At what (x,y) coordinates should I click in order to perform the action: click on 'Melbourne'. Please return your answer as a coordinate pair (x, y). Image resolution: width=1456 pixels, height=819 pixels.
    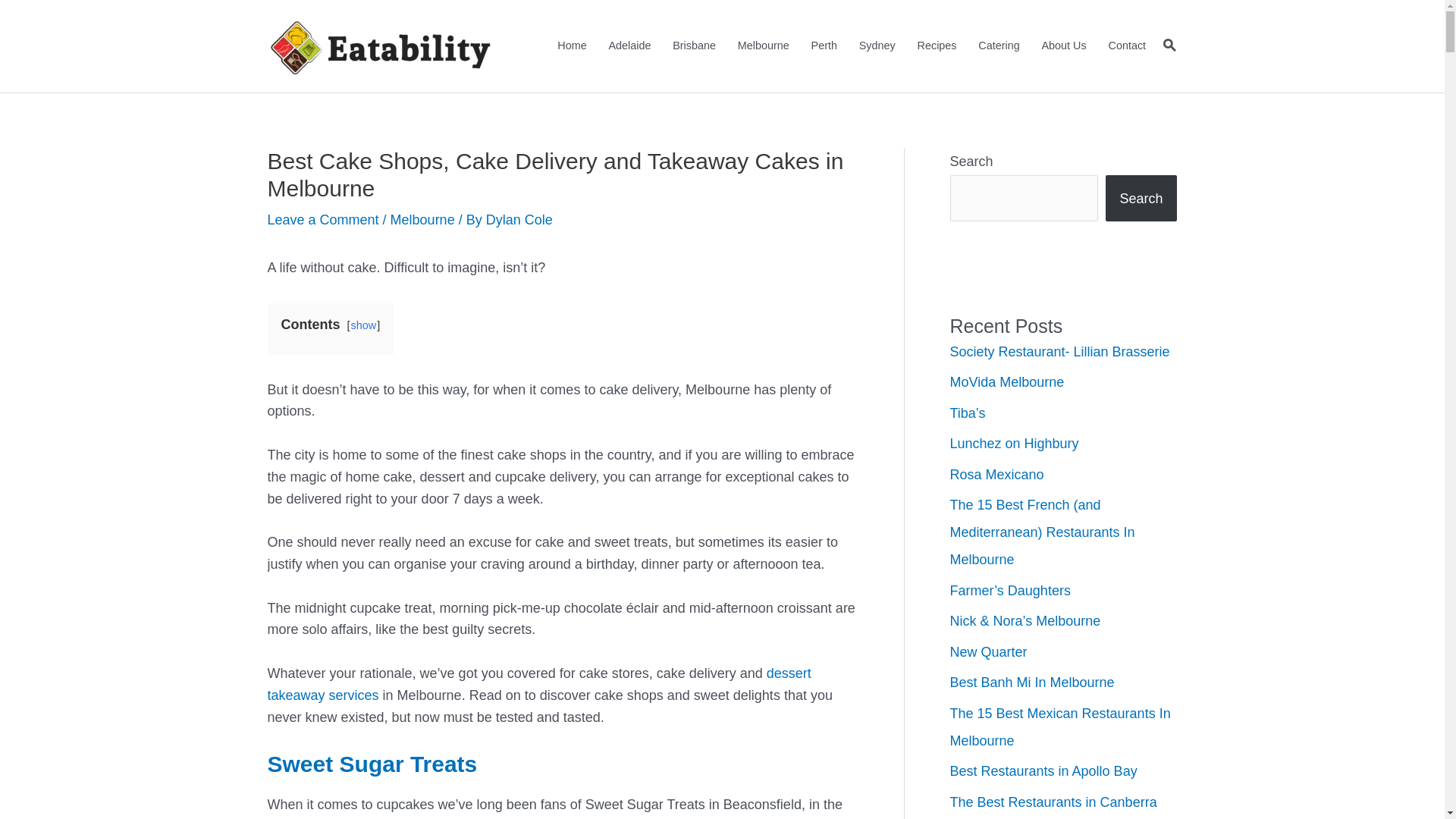
    Looking at the image, I should click on (763, 45).